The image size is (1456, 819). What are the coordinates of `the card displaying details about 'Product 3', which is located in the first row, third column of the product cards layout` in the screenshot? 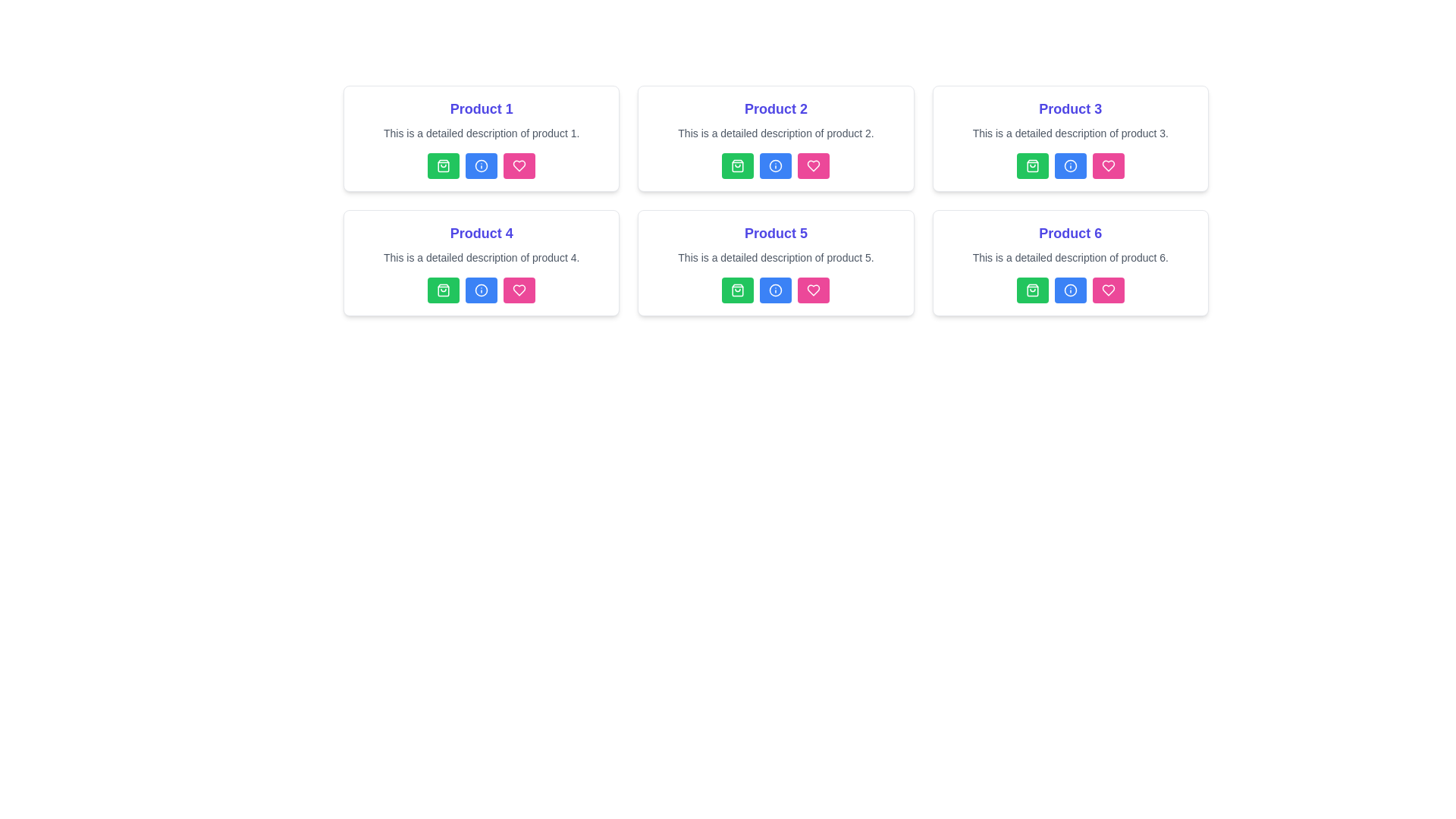 It's located at (1069, 138).